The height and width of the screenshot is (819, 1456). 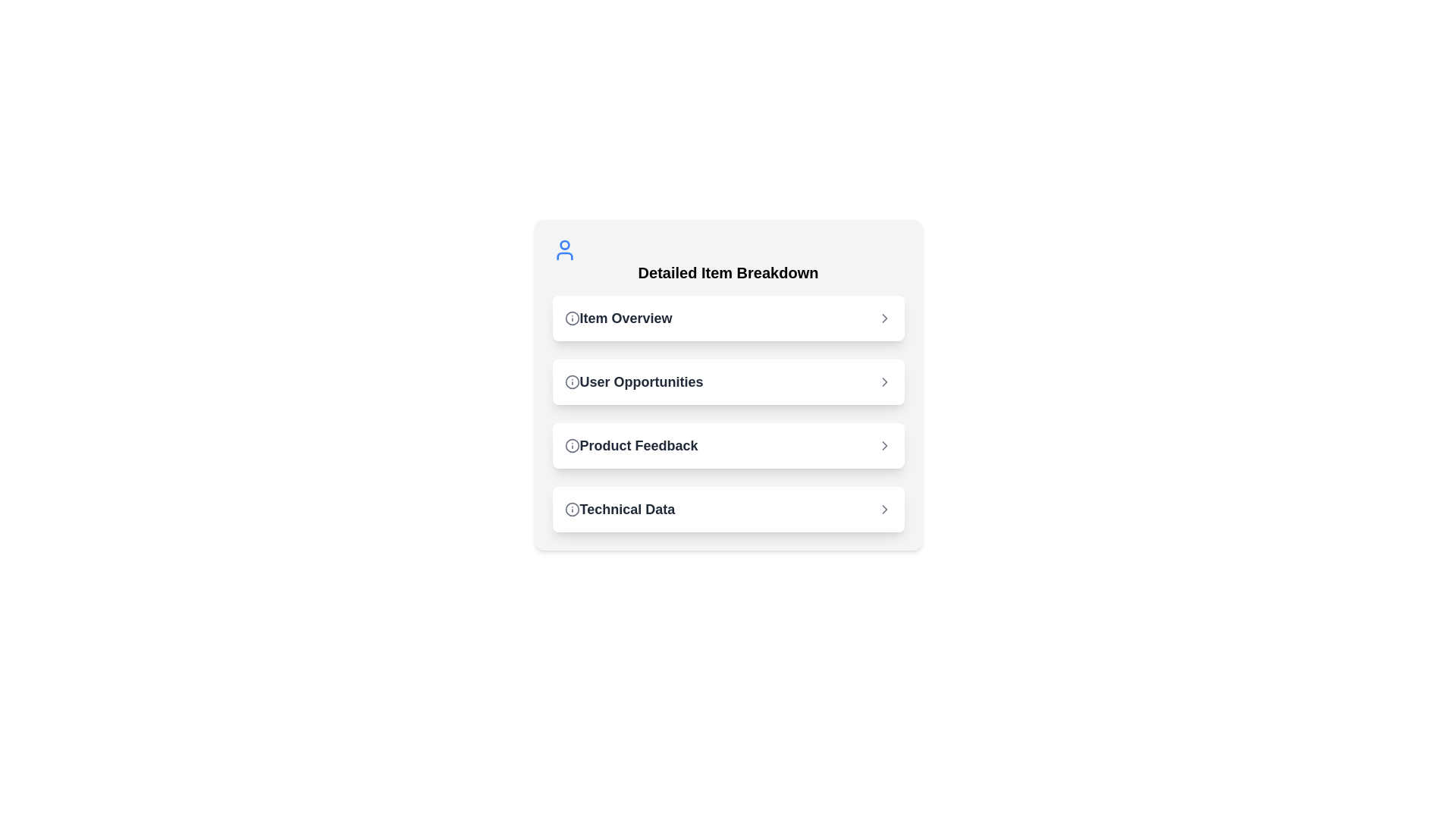 What do you see at coordinates (571, 318) in the screenshot?
I see `the decorative vector graphic element forming part of the informational icon located to the left of the 'Item Overview' list item text to view it and recognize its context within the icon` at bounding box center [571, 318].